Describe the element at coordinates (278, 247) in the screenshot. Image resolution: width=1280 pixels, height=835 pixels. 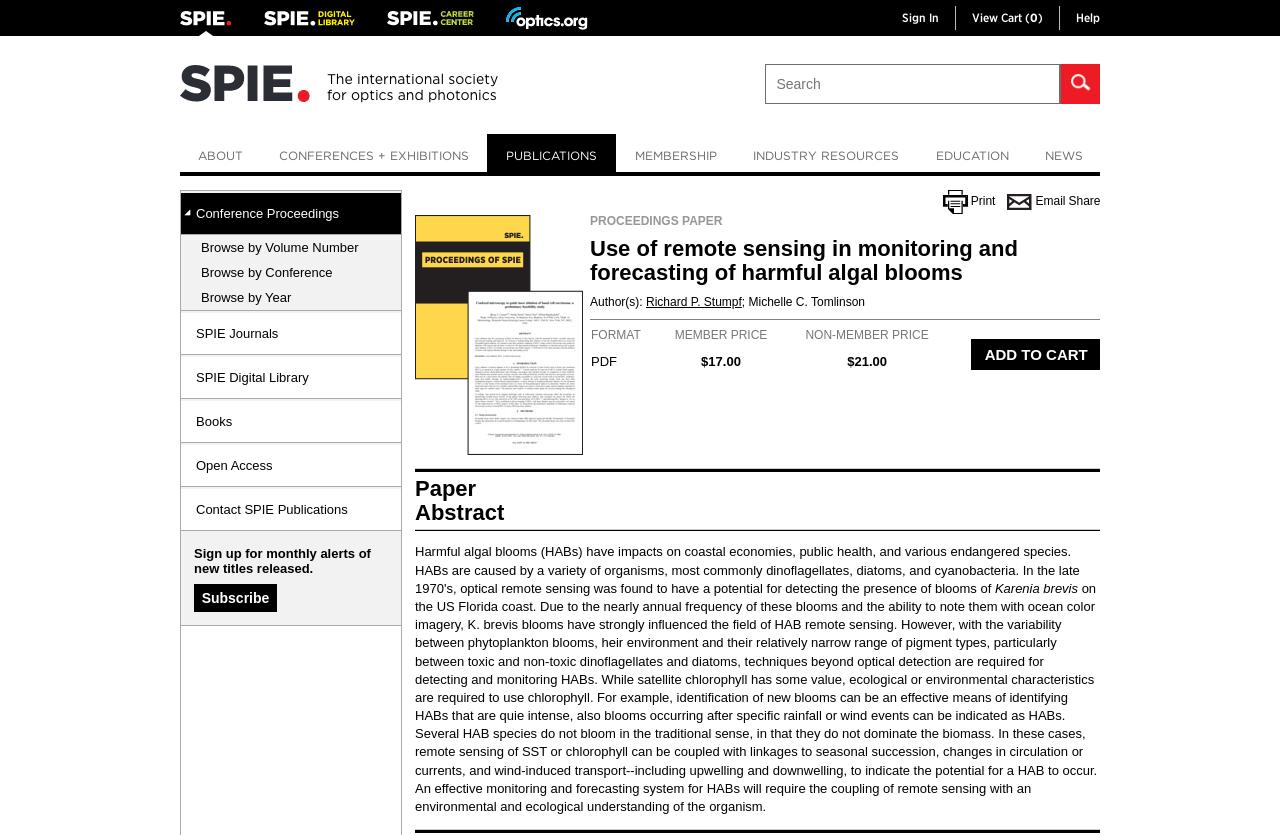
I see `'Browse by Volume Number'` at that location.